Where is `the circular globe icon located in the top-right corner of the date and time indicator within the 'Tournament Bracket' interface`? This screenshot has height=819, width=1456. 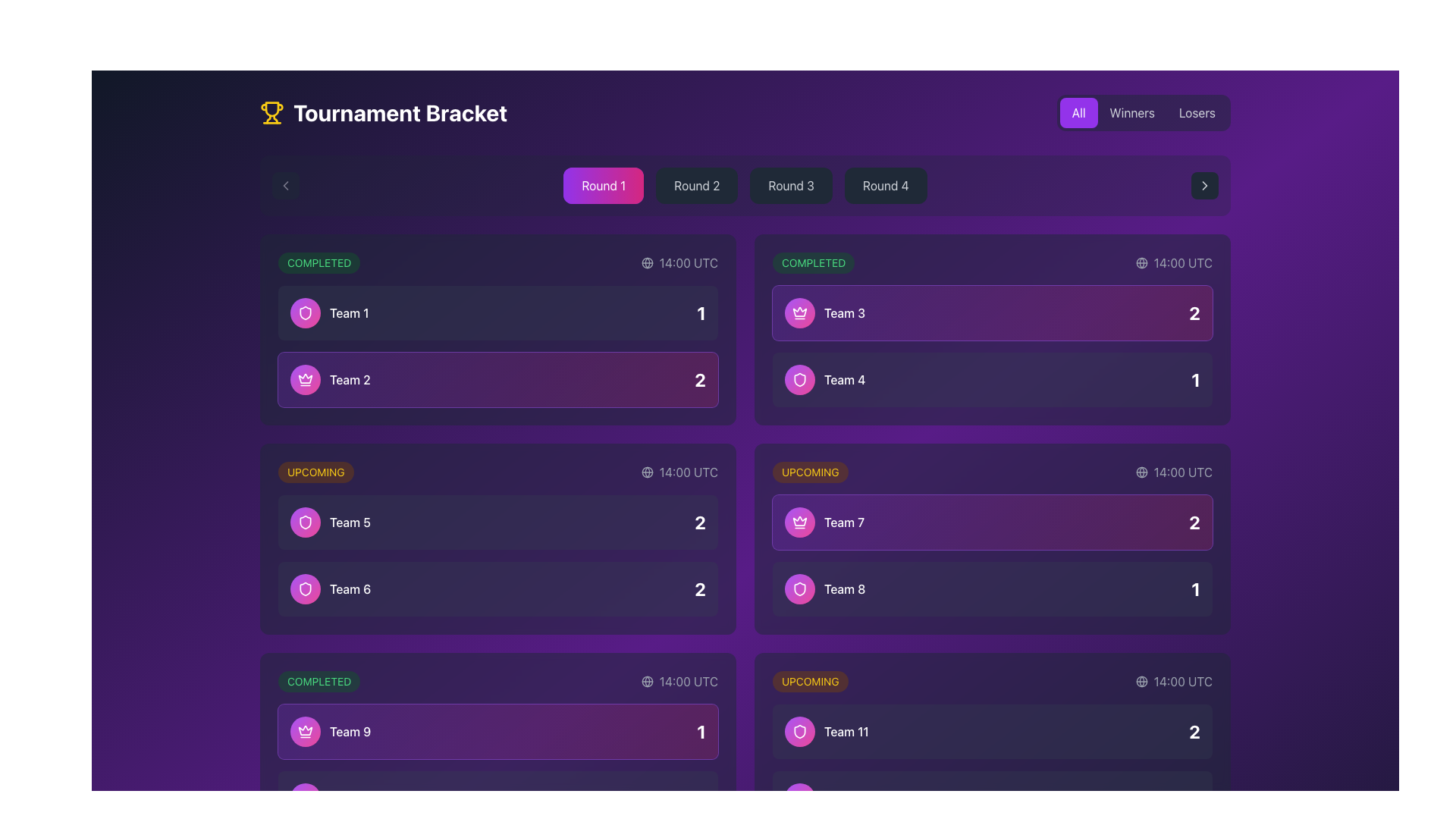 the circular globe icon located in the top-right corner of the date and time indicator within the 'Tournament Bracket' interface is located at coordinates (1141, 680).